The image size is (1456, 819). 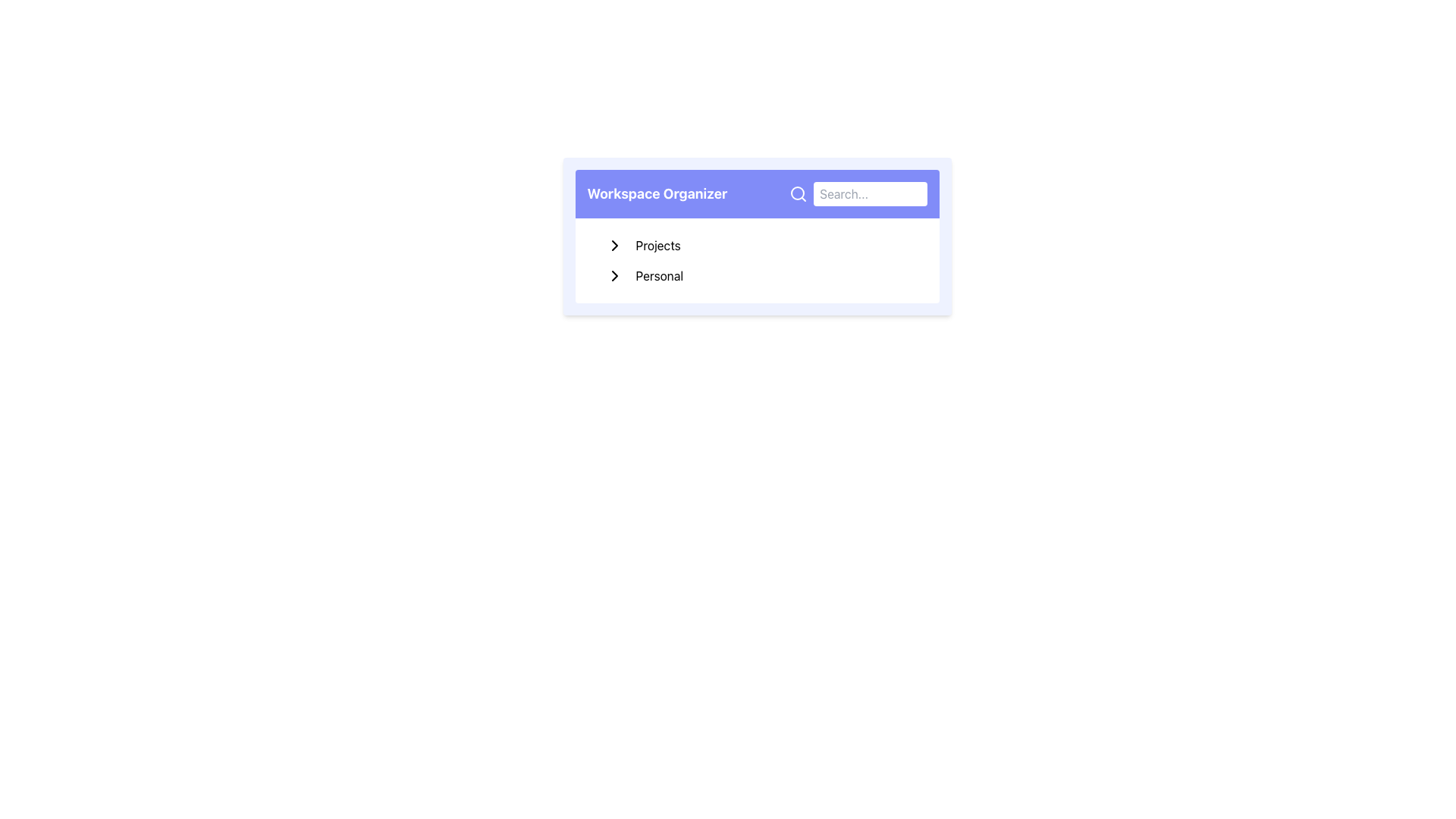 What do you see at coordinates (614, 245) in the screenshot?
I see `the first rightward-pointing chevron arrow adjacent to the 'Projects' text in the vertical list of the 'Workspace Organizer' frame` at bounding box center [614, 245].